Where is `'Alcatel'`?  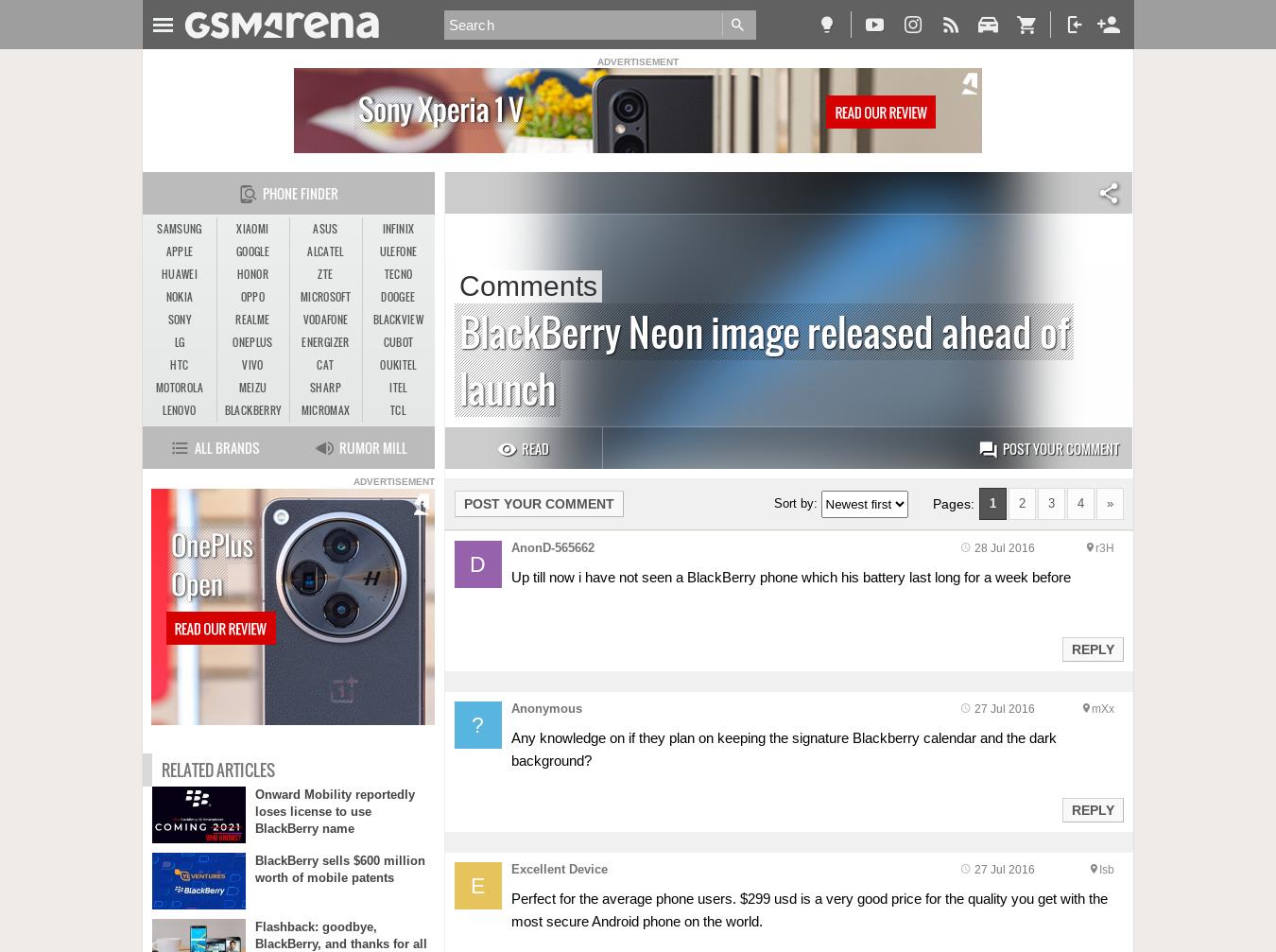
'Alcatel' is located at coordinates (324, 251).